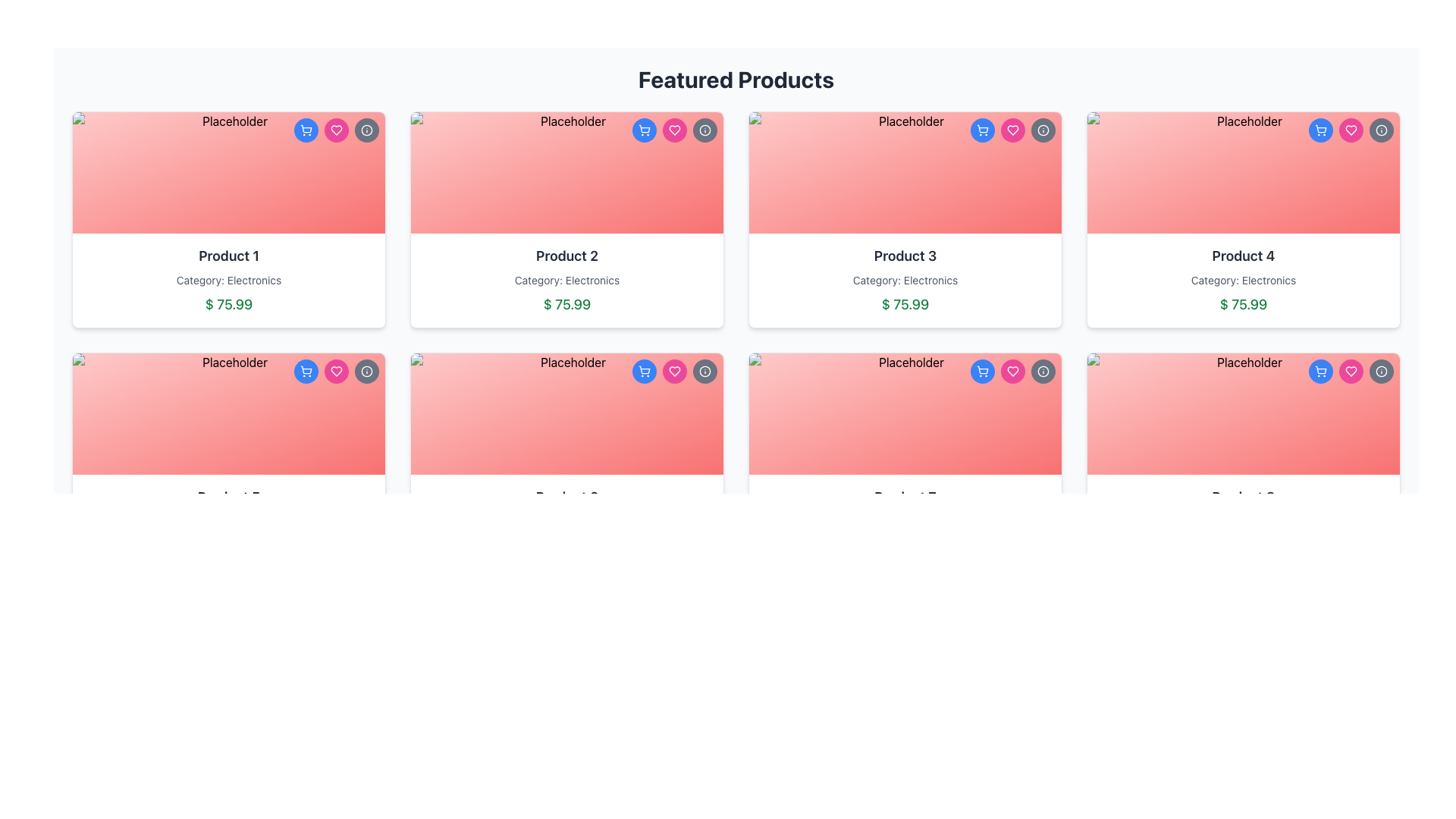 The image size is (1456, 819). Describe the element at coordinates (704, 130) in the screenshot. I see `the information button located in the top-right corner of the second product card` at that location.